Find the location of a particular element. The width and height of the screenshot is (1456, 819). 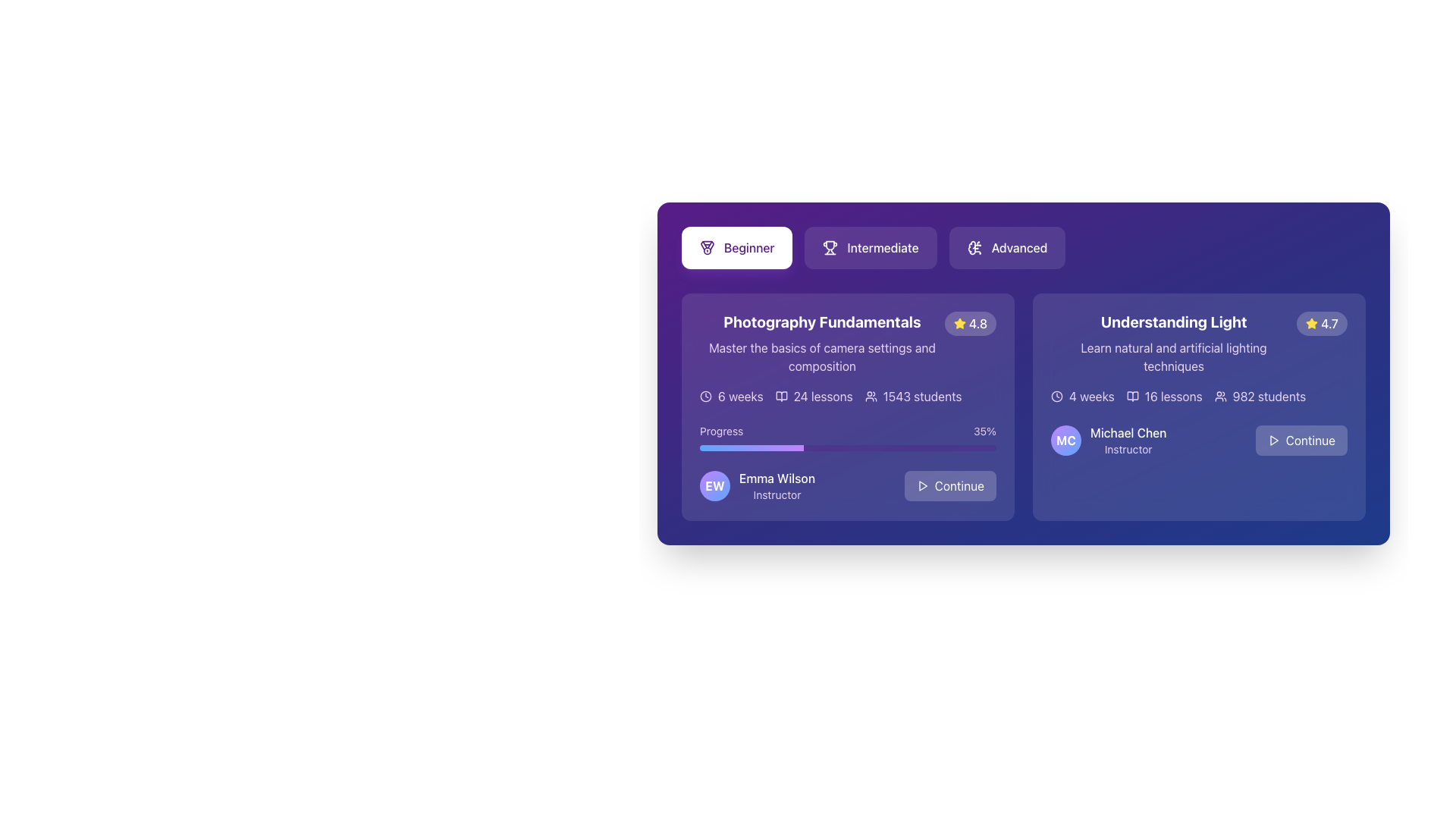

the bold text heading 'Understanding Light' which is styled with a white font color and is located at the top of the right card in the layout is located at coordinates (1173, 321).